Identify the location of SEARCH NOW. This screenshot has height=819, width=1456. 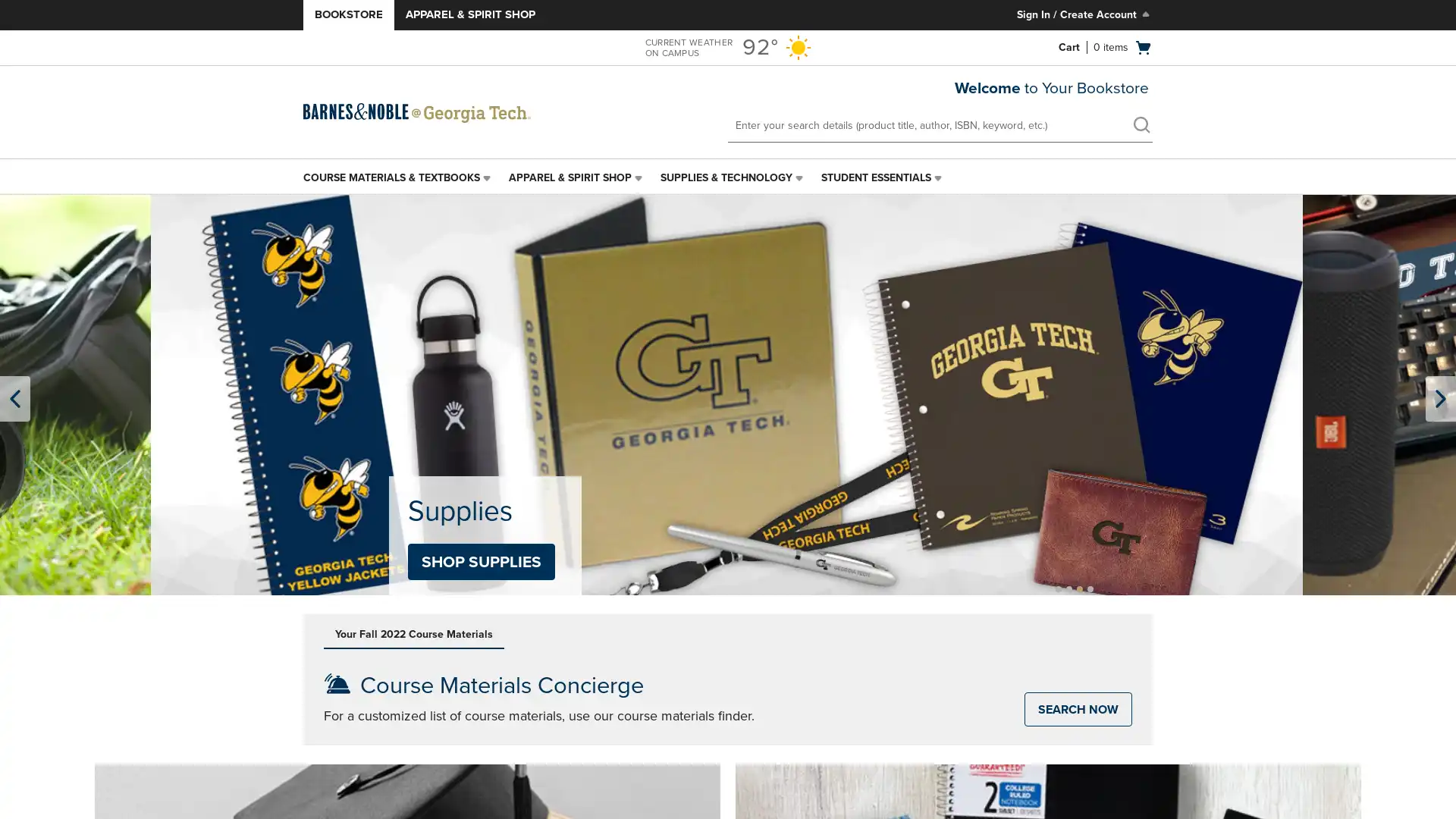
(1077, 708).